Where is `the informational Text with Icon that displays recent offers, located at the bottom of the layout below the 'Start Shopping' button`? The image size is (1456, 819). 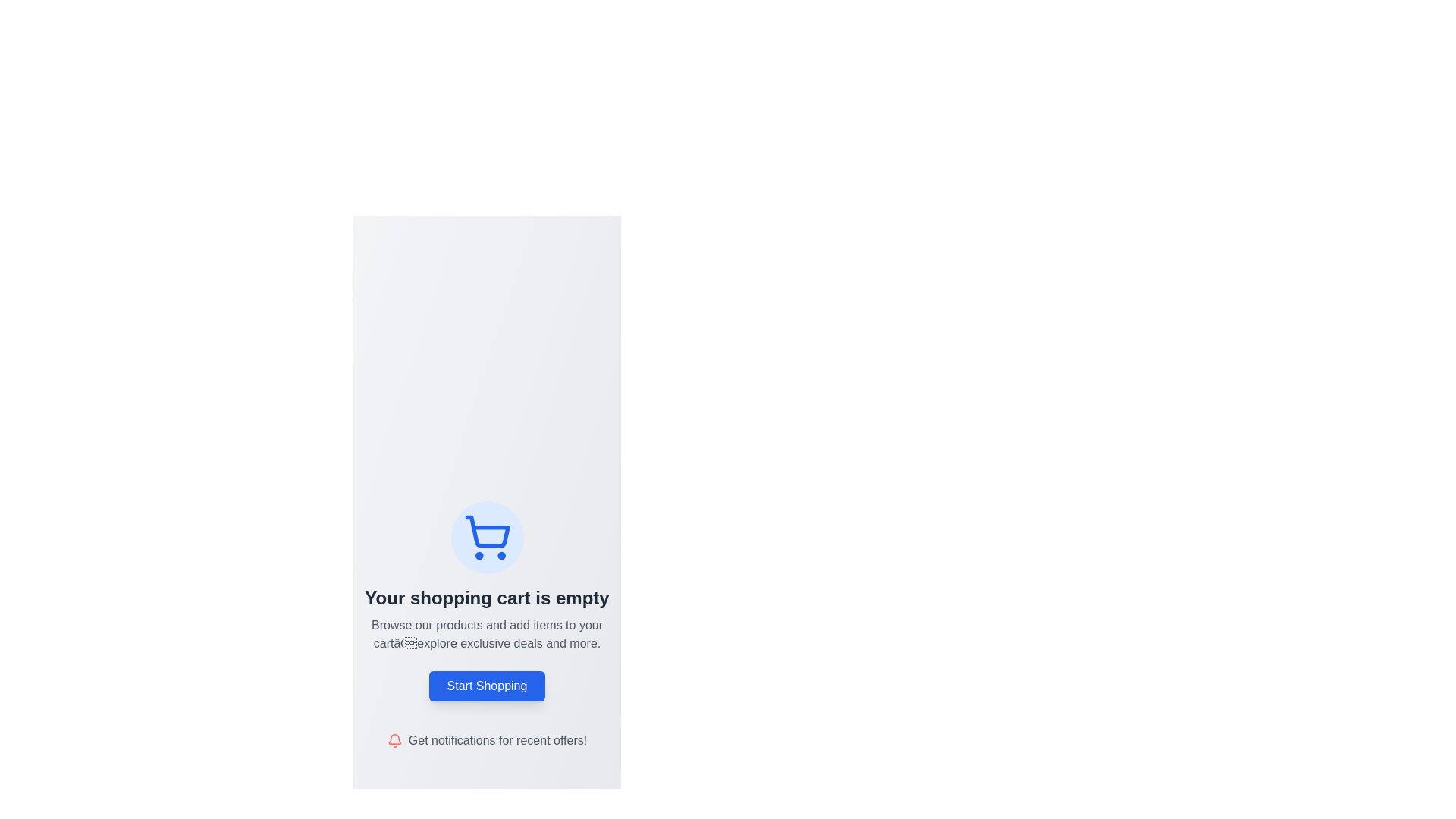 the informational Text with Icon that displays recent offers, located at the bottom of the layout below the 'Start Shopping' button is located at coordinates (487, 739).